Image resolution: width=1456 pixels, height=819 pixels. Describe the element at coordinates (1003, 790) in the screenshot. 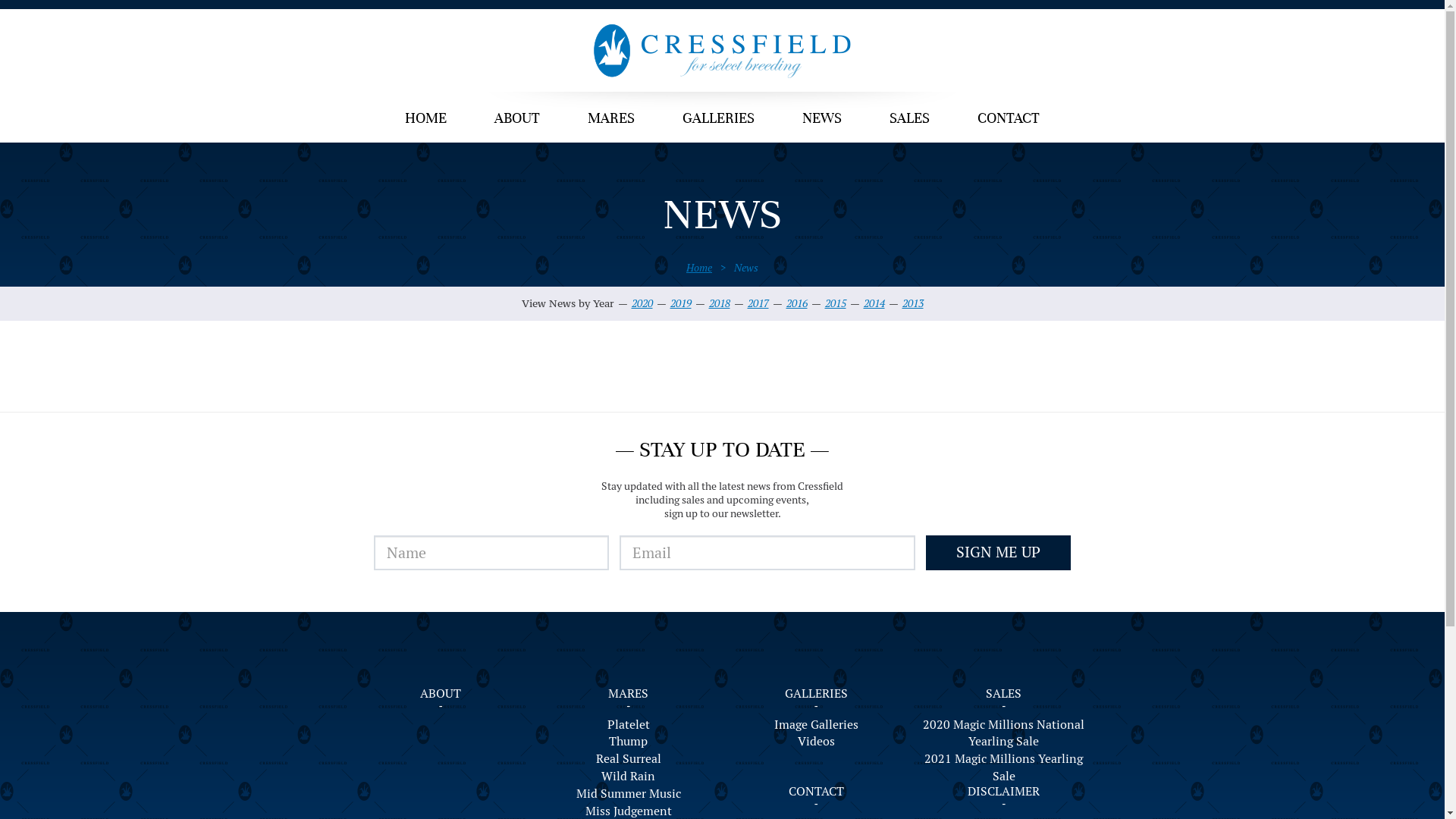

I see `'DISCLAIMER'` at that location.